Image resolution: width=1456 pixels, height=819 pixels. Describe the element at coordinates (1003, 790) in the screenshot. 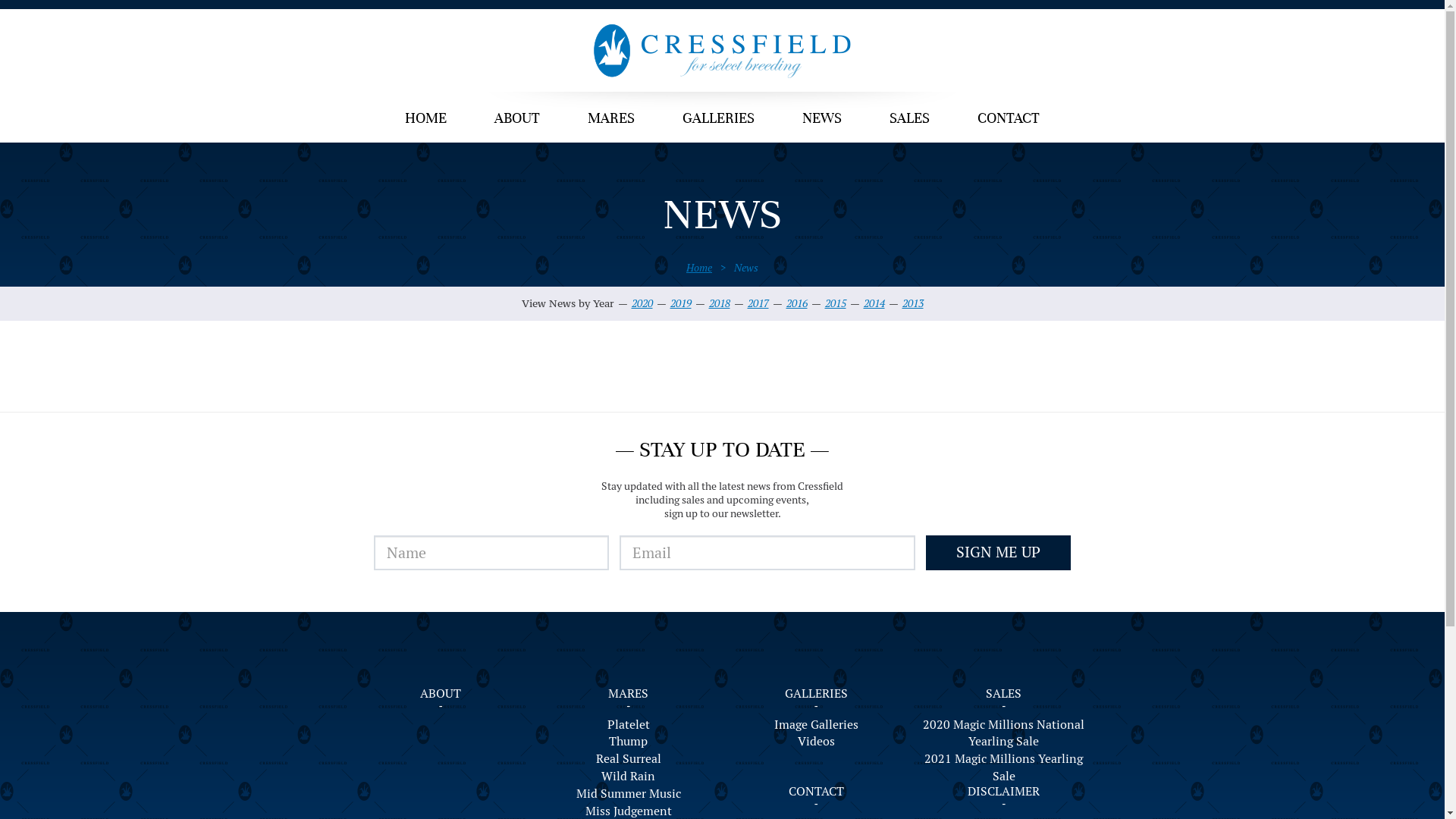

I see `'DISCLAIMER'` at that location.